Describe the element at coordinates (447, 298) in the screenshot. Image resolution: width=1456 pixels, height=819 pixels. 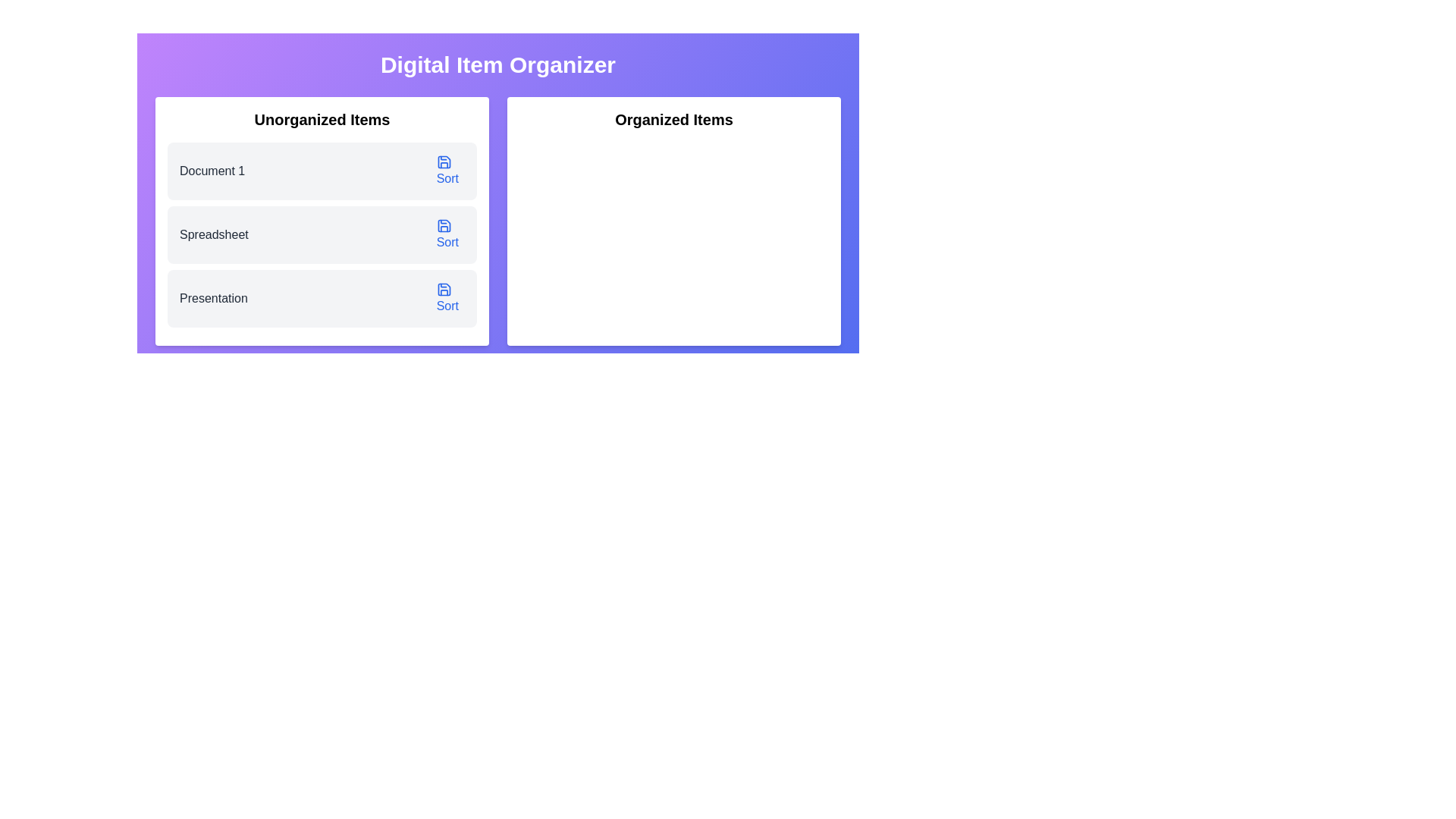
I see `the circular blue button labeled 'Sort' with a document icon, located in the 'Unorganized Items' section under 'Presentation'` at that location.